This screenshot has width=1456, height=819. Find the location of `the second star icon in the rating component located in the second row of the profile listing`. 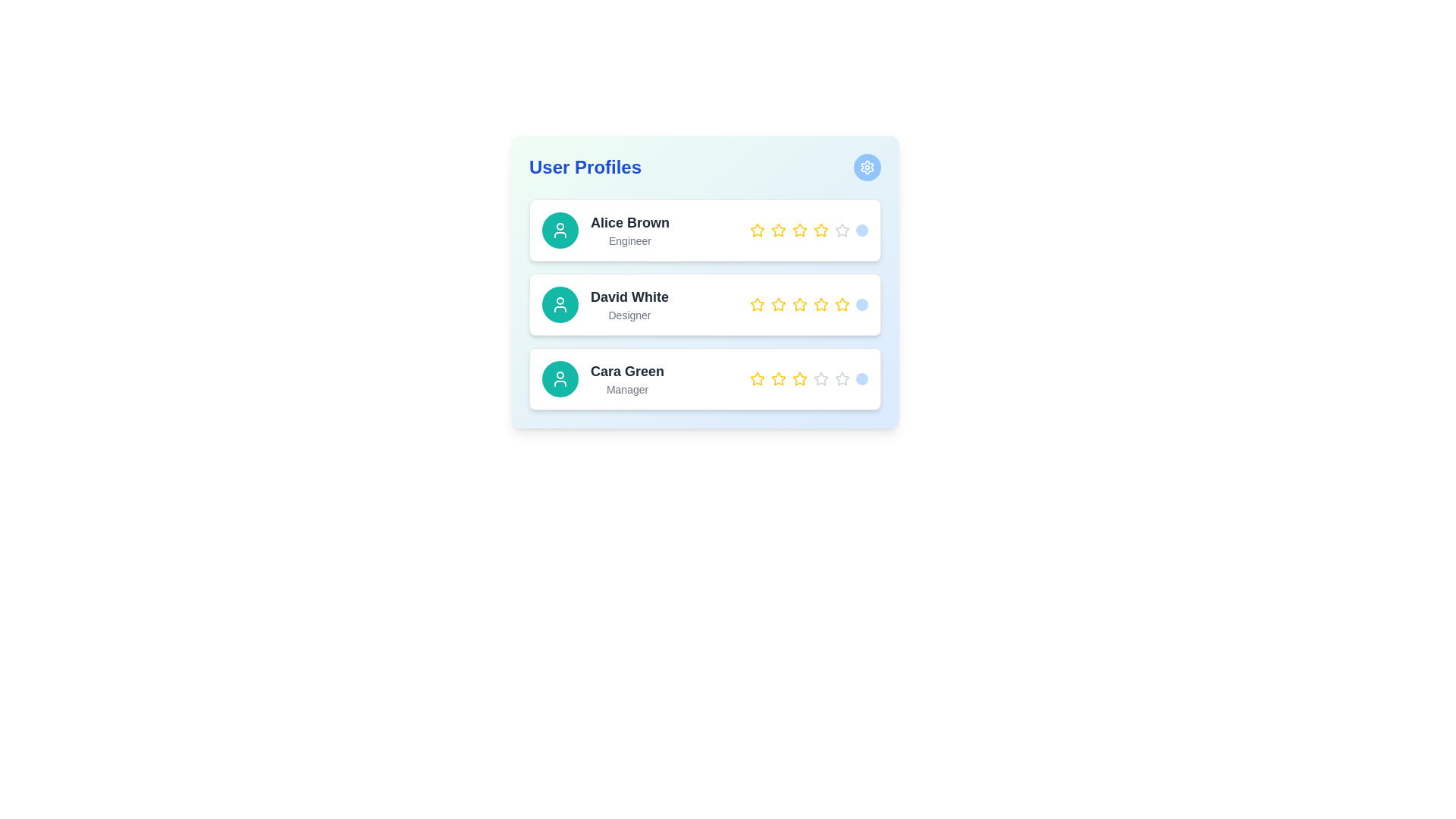

the second star icon in the rating component located in the second row of the profile listing is located at coordinates (779, 304).